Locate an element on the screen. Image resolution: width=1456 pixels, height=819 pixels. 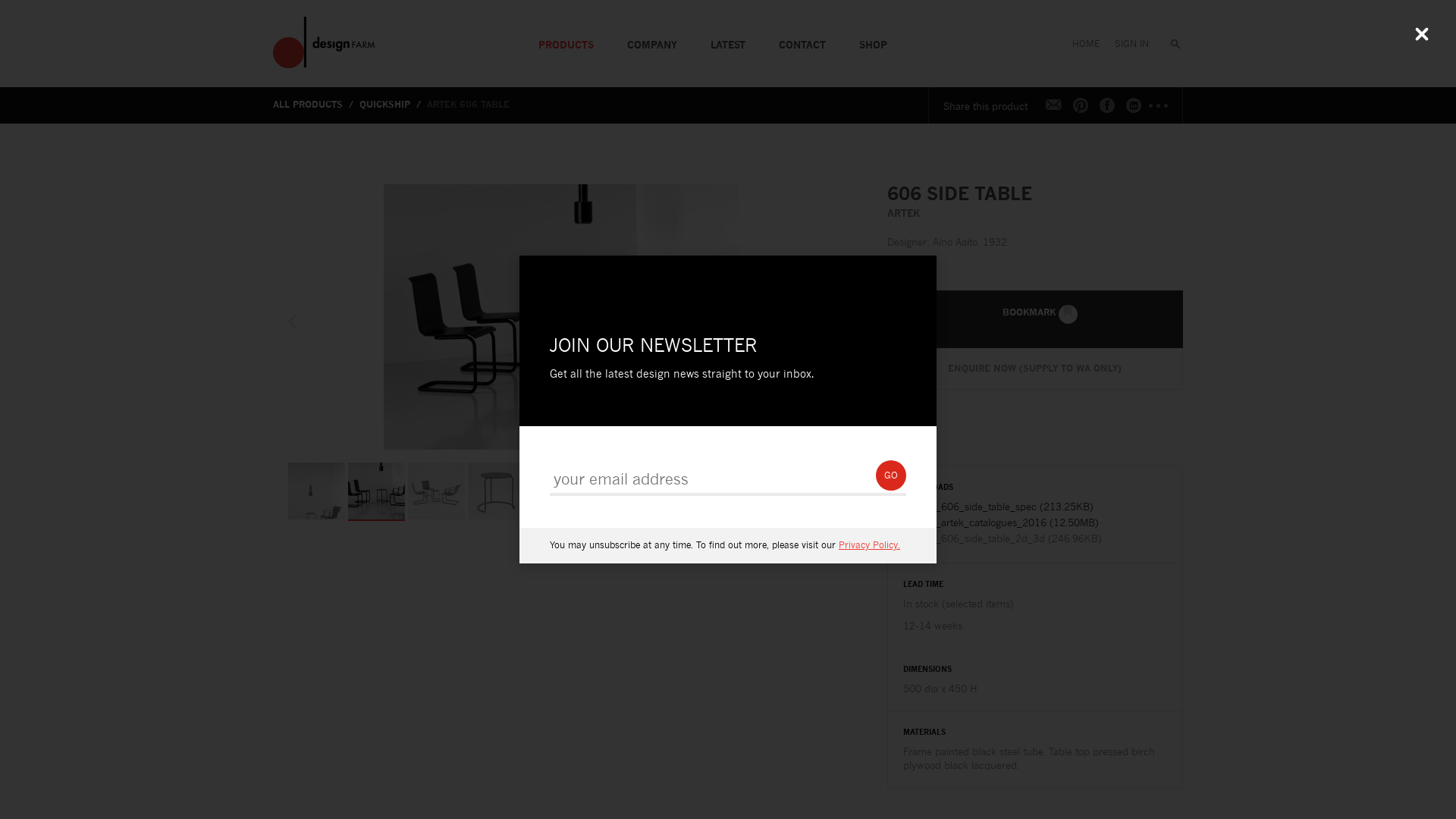
'More share options' is located at coordinates (1159, 104).